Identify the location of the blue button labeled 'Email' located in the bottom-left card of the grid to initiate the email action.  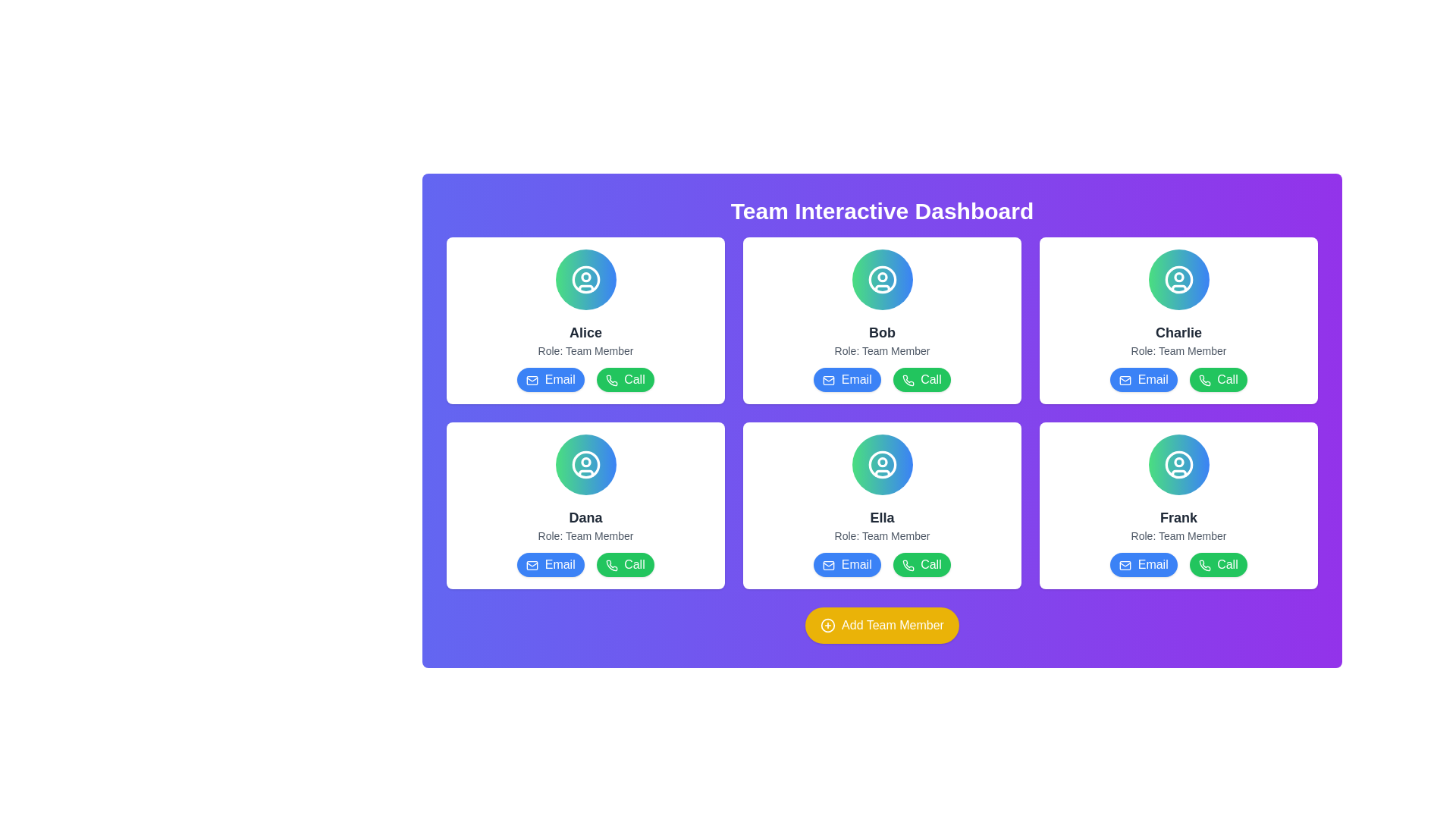
(532, 565).